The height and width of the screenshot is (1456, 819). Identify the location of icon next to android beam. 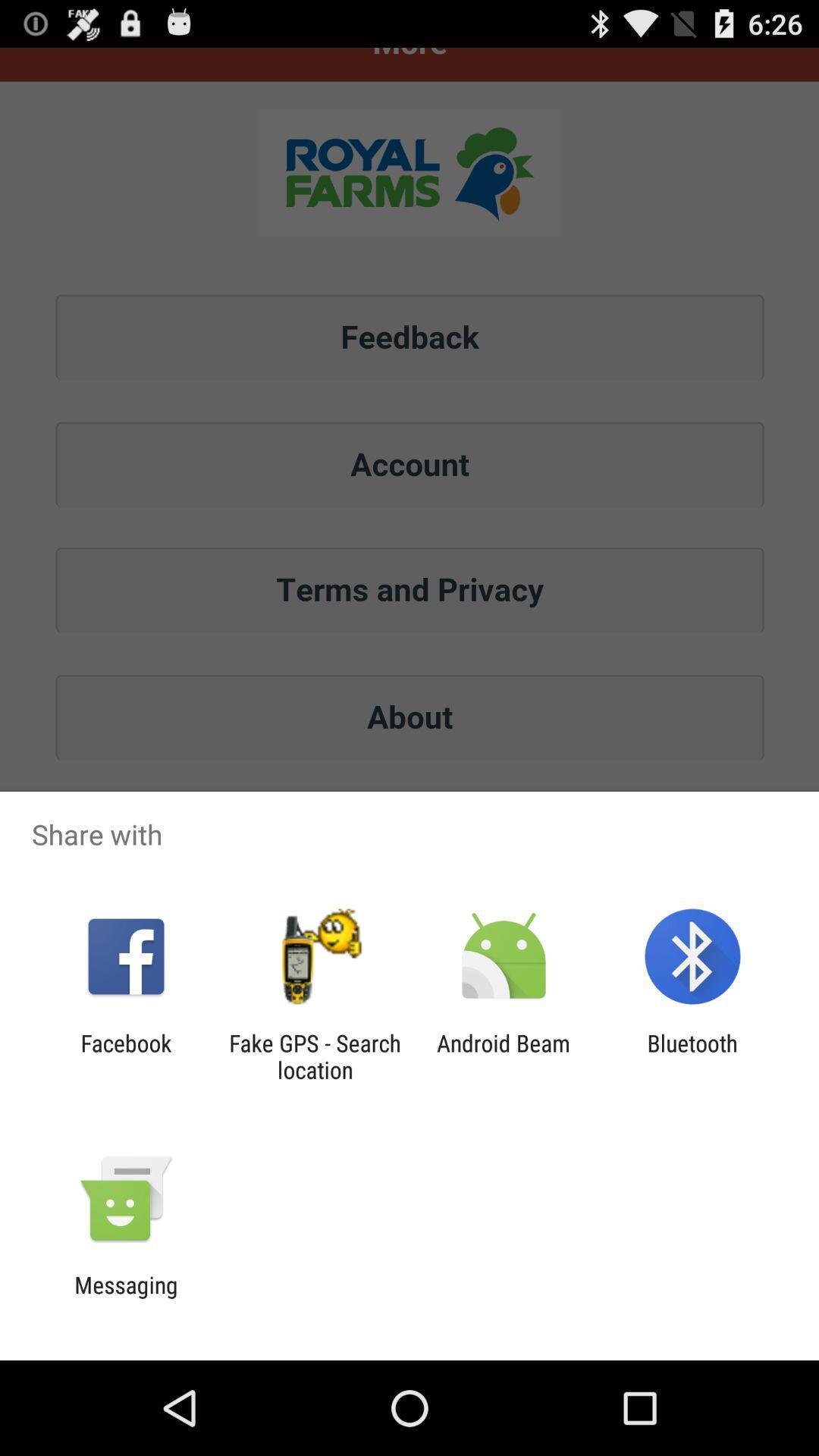
(692, 1056).